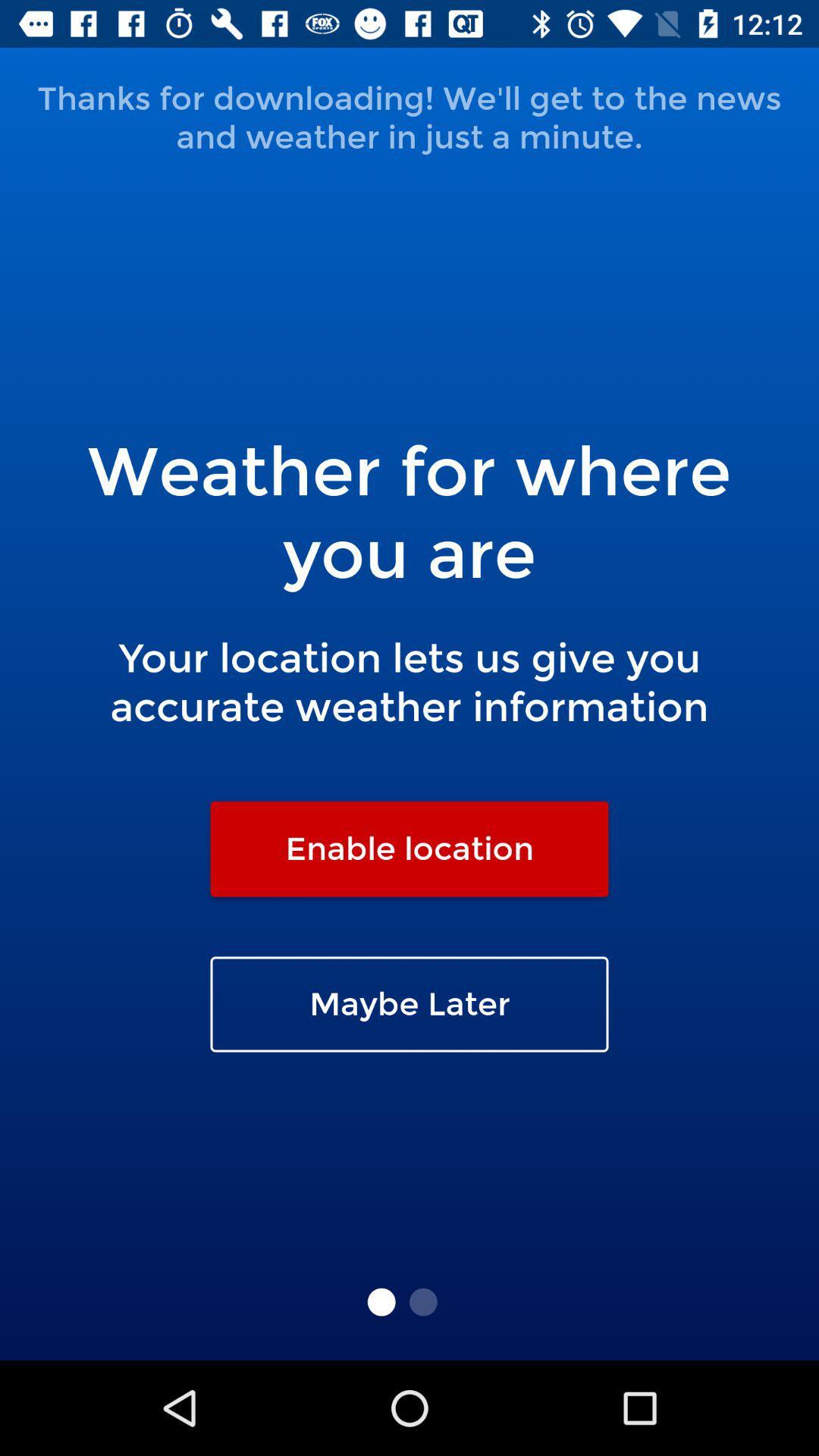 The width and height of the screenshot is (819, 1456). Describe the element at coordinates (409, 848) in the screenshot. I see `icon above the maybe later icon` at that location.